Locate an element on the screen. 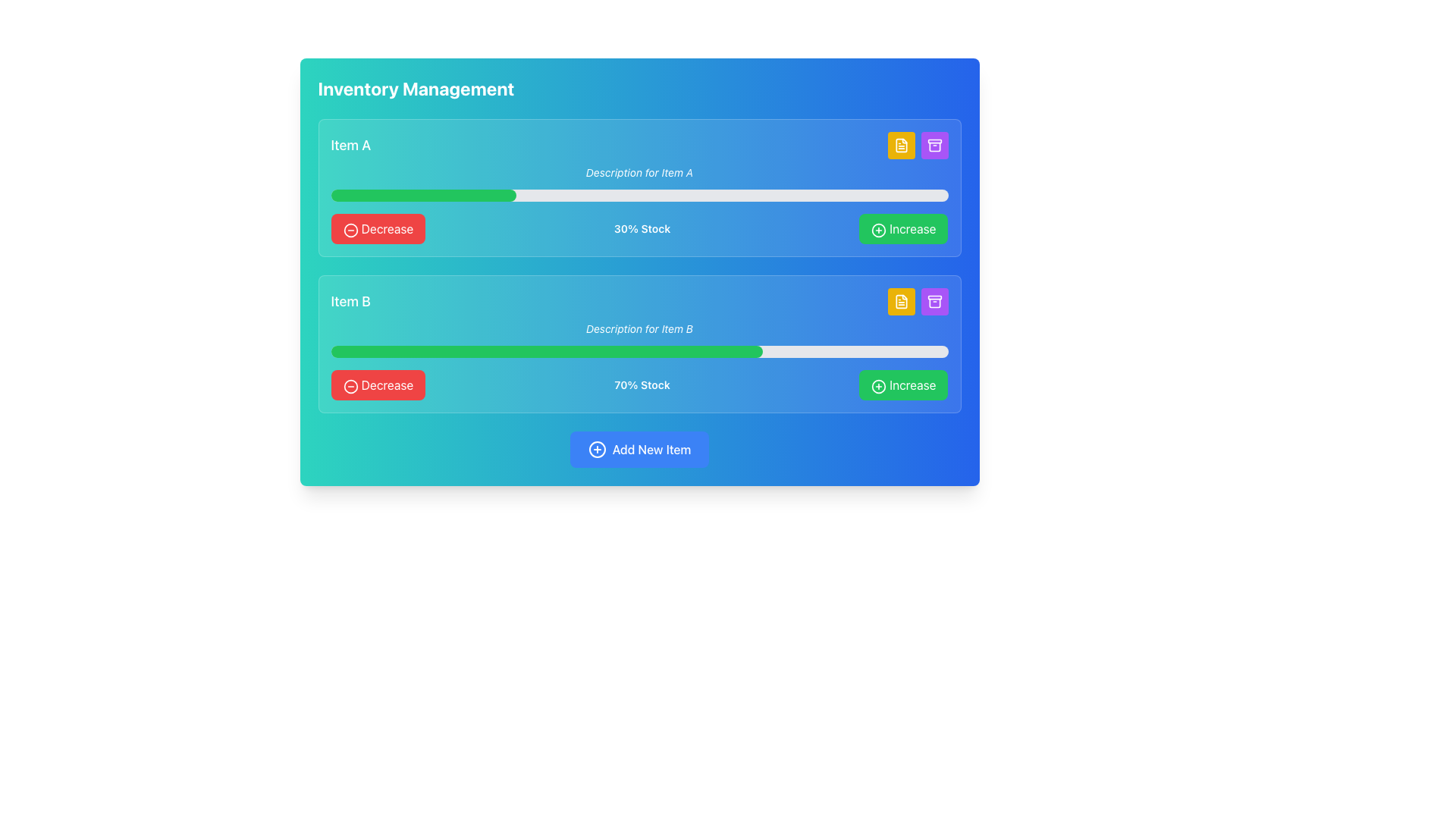 The width and height of the screenshot is (1456, 819). the red 'Decrease' button with rounded corners and a minus icon to initiate the decrease action is located at coordinates (378, 384).